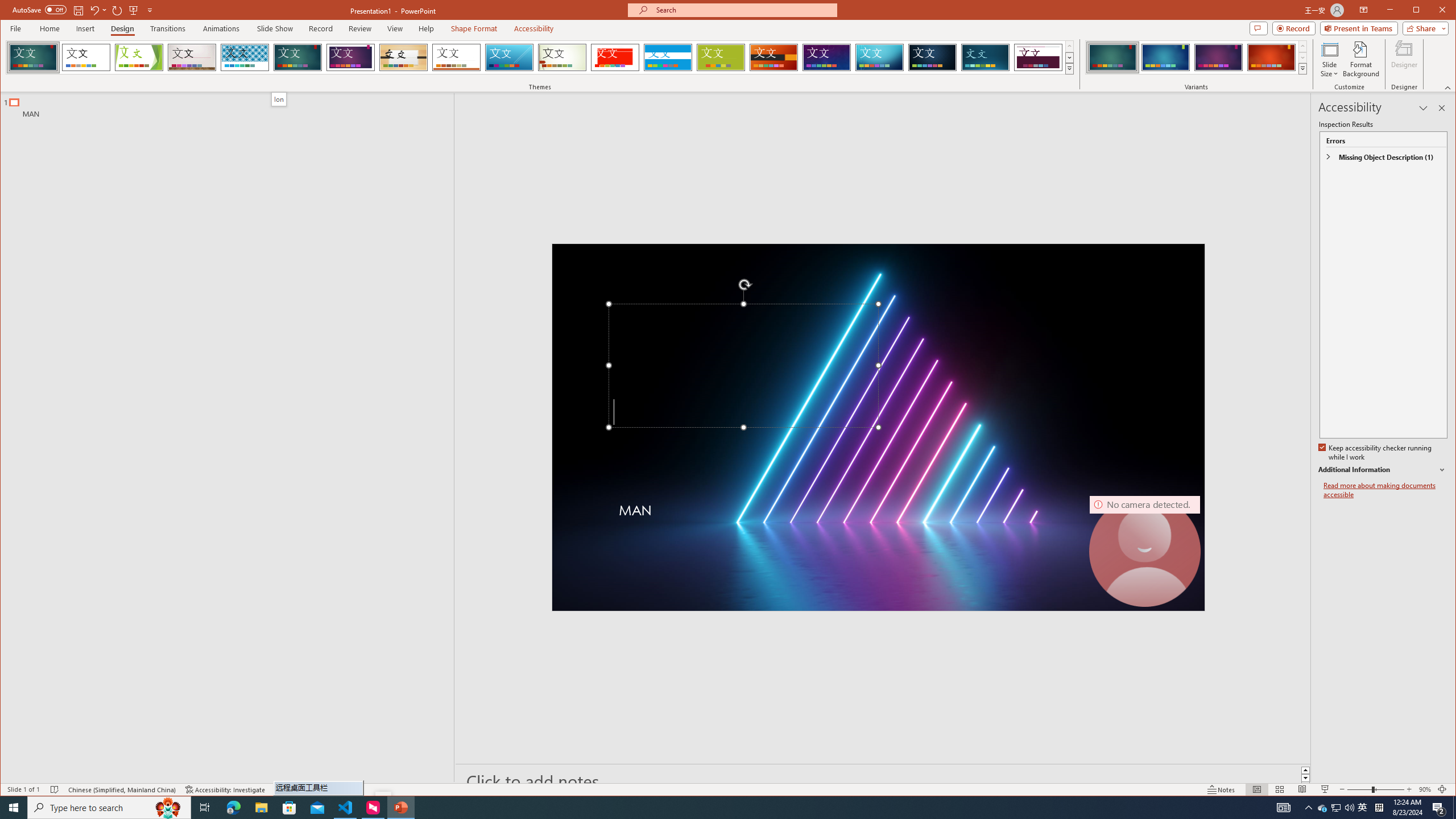  Describe the element at coordinates (877, 427) in the screenshot. I see `'Neon laser lights aligned to form a triangle'` at that location.